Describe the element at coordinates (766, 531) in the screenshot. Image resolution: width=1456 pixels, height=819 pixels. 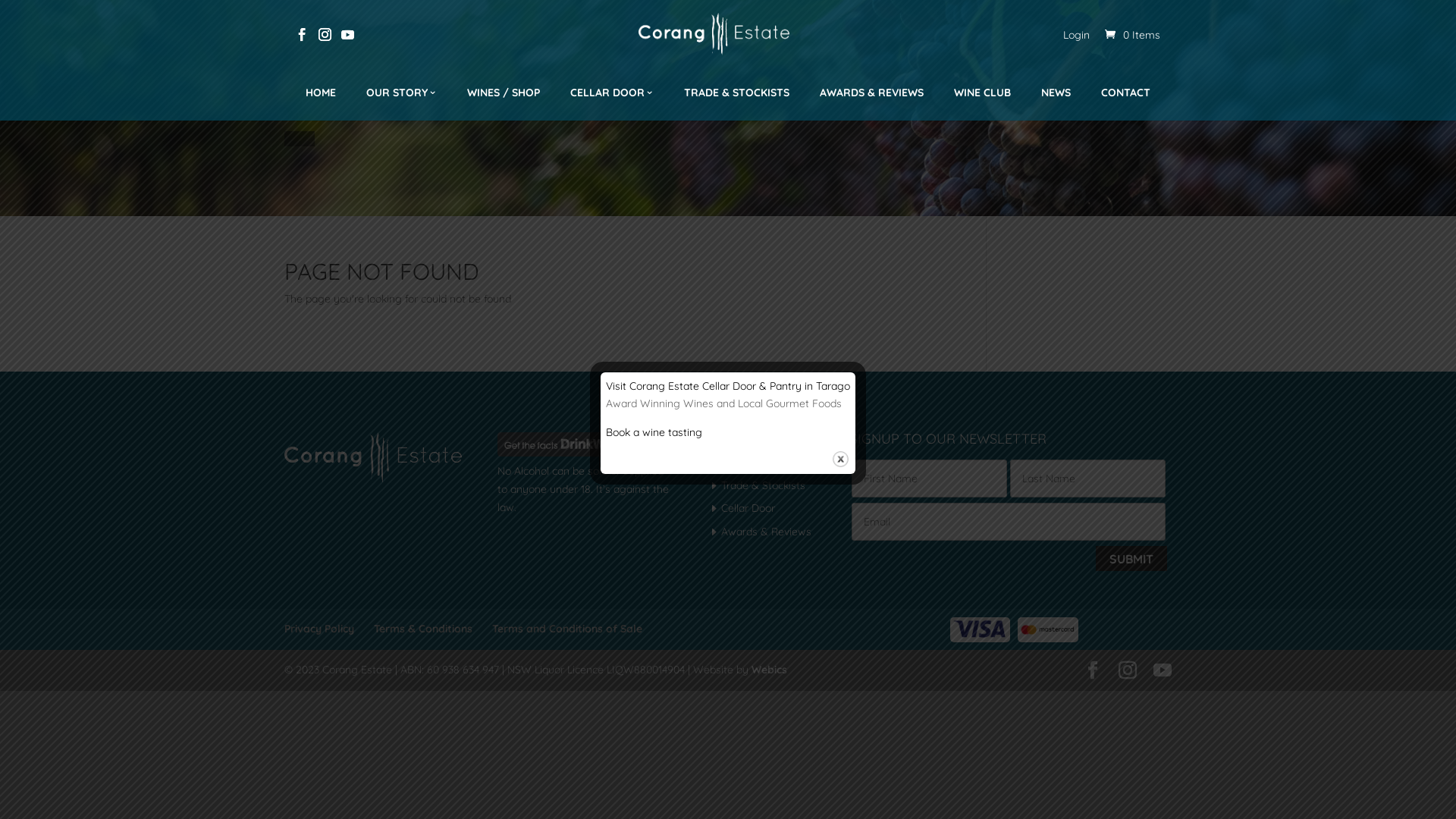
I see `'Awards & Reviews'` at that location.